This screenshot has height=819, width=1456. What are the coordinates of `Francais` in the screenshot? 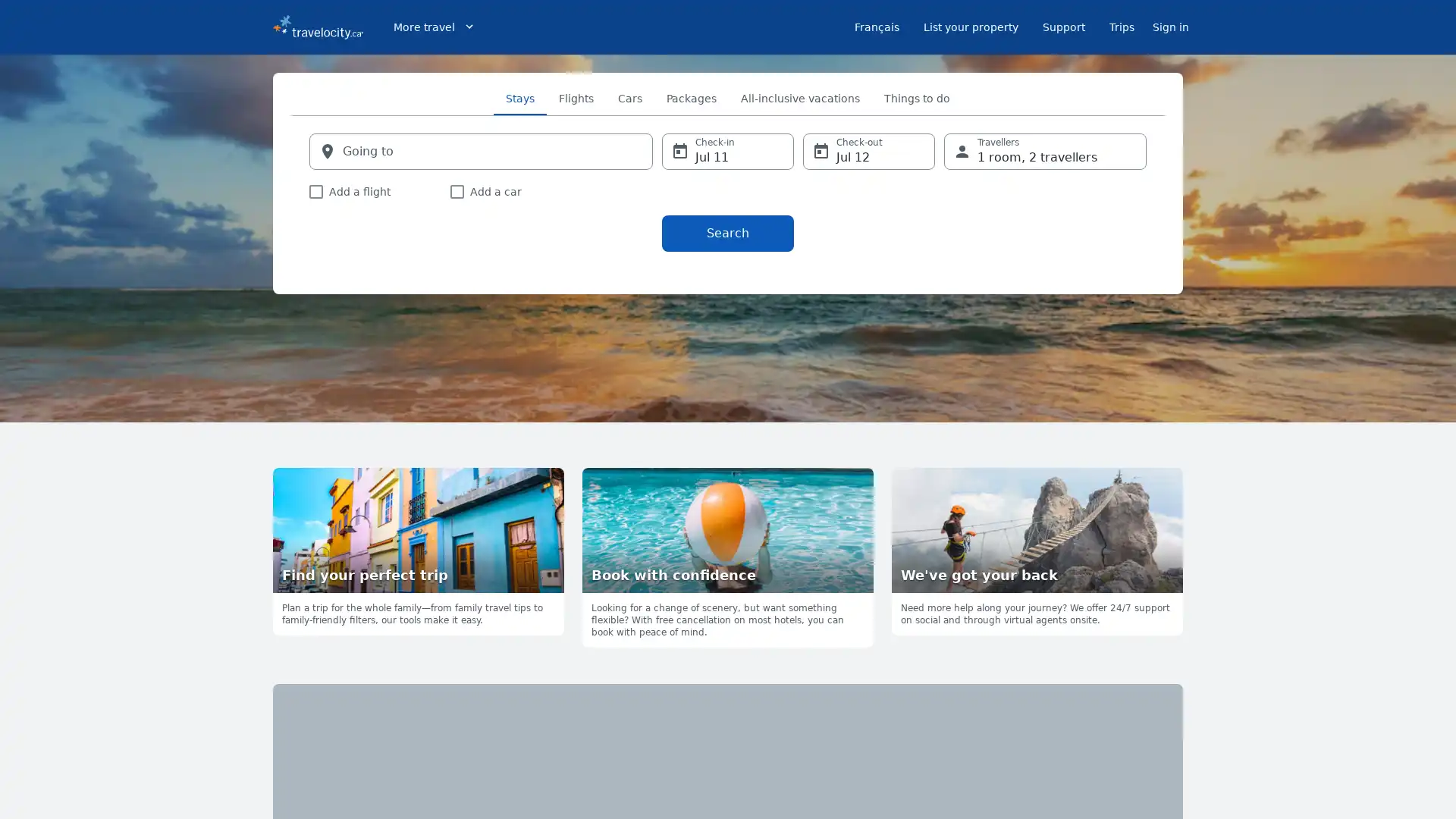 It's located at (877, 27).